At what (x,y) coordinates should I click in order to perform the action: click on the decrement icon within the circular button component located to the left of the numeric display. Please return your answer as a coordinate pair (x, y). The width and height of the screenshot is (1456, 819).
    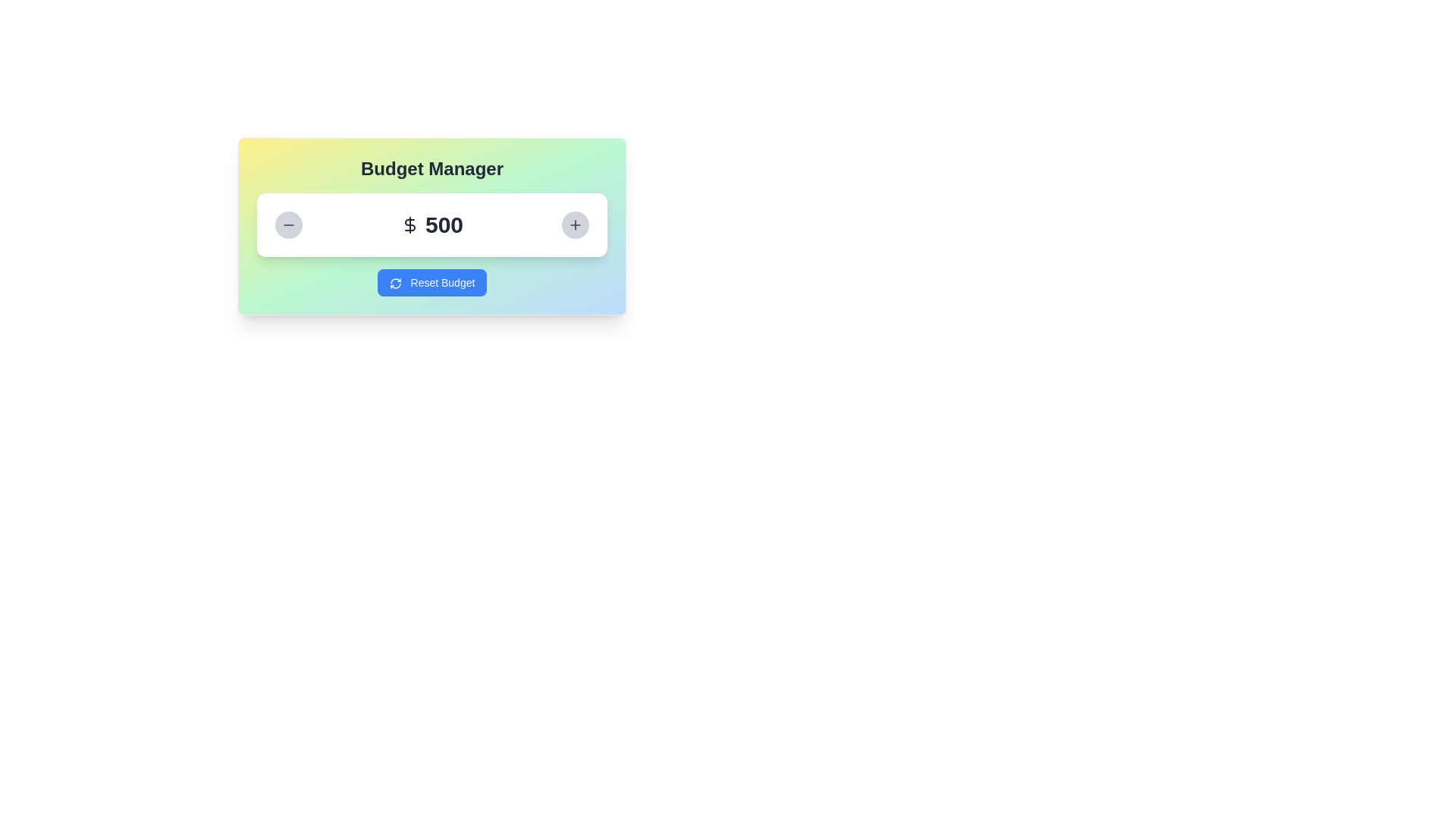
    Looking at the image, I should click on (288, 225).